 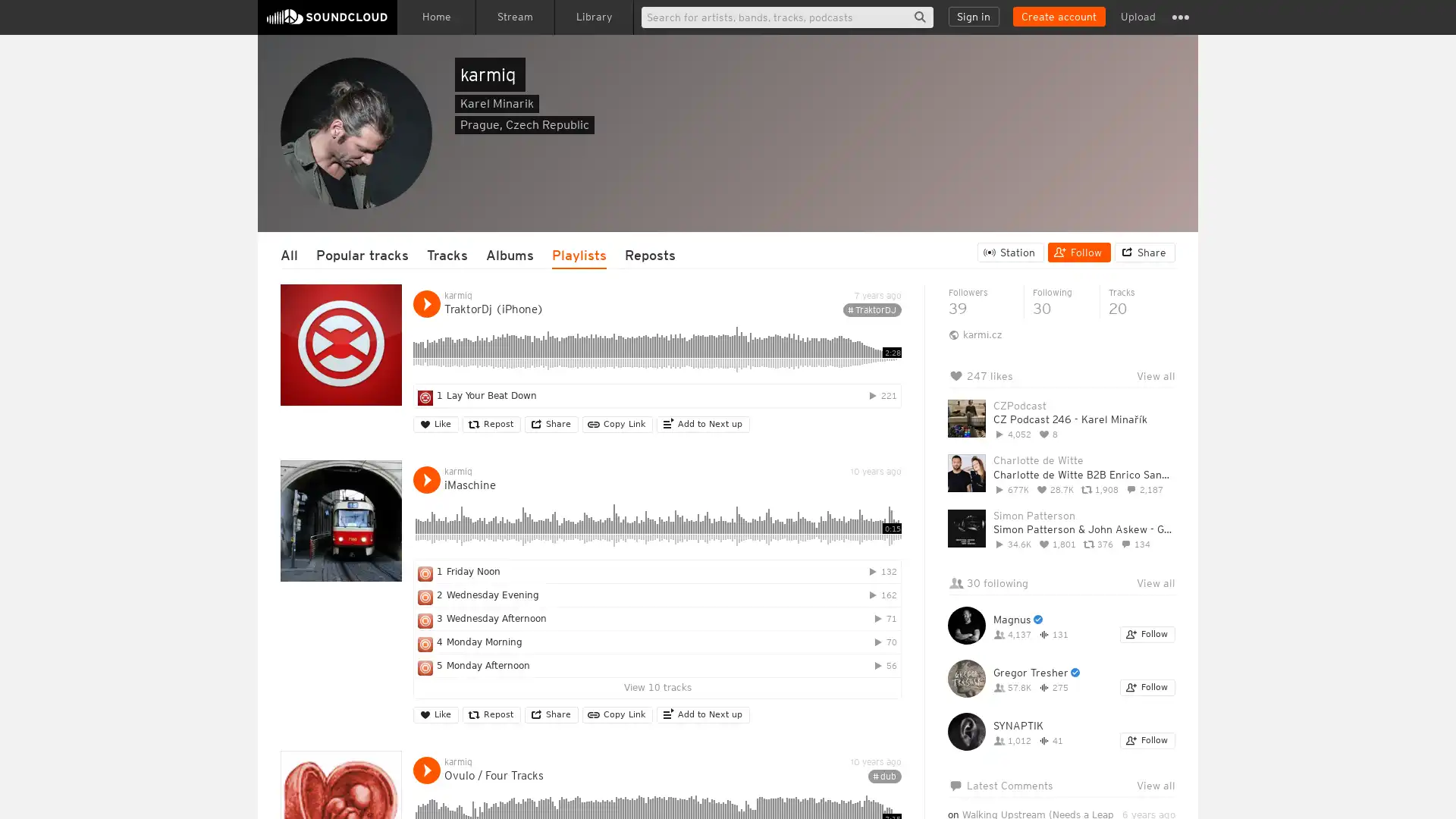 I want to click on Like, so click(x=435, y=424).